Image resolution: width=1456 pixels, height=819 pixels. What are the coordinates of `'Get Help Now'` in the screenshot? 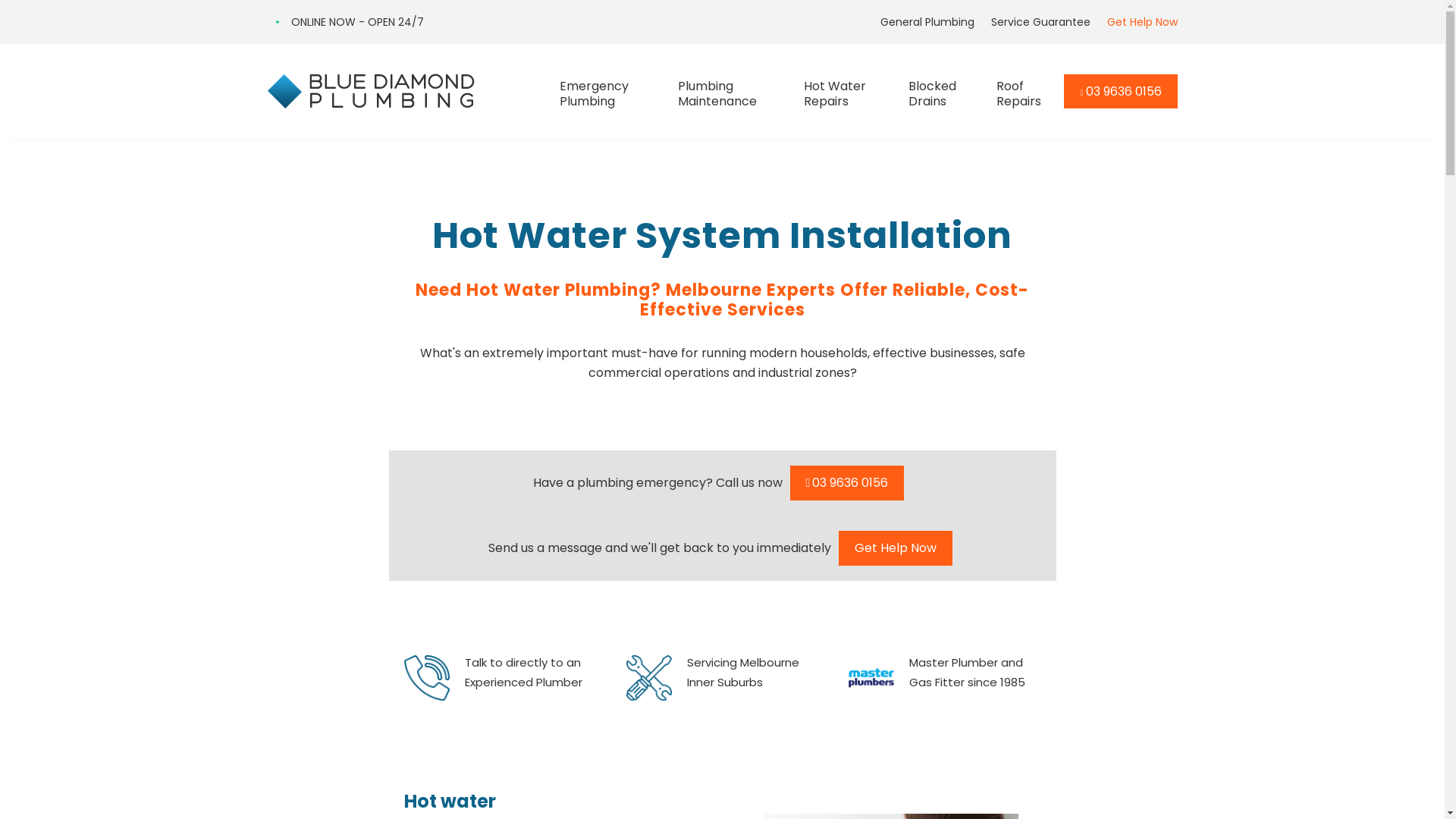 It's located at (1137, 22).